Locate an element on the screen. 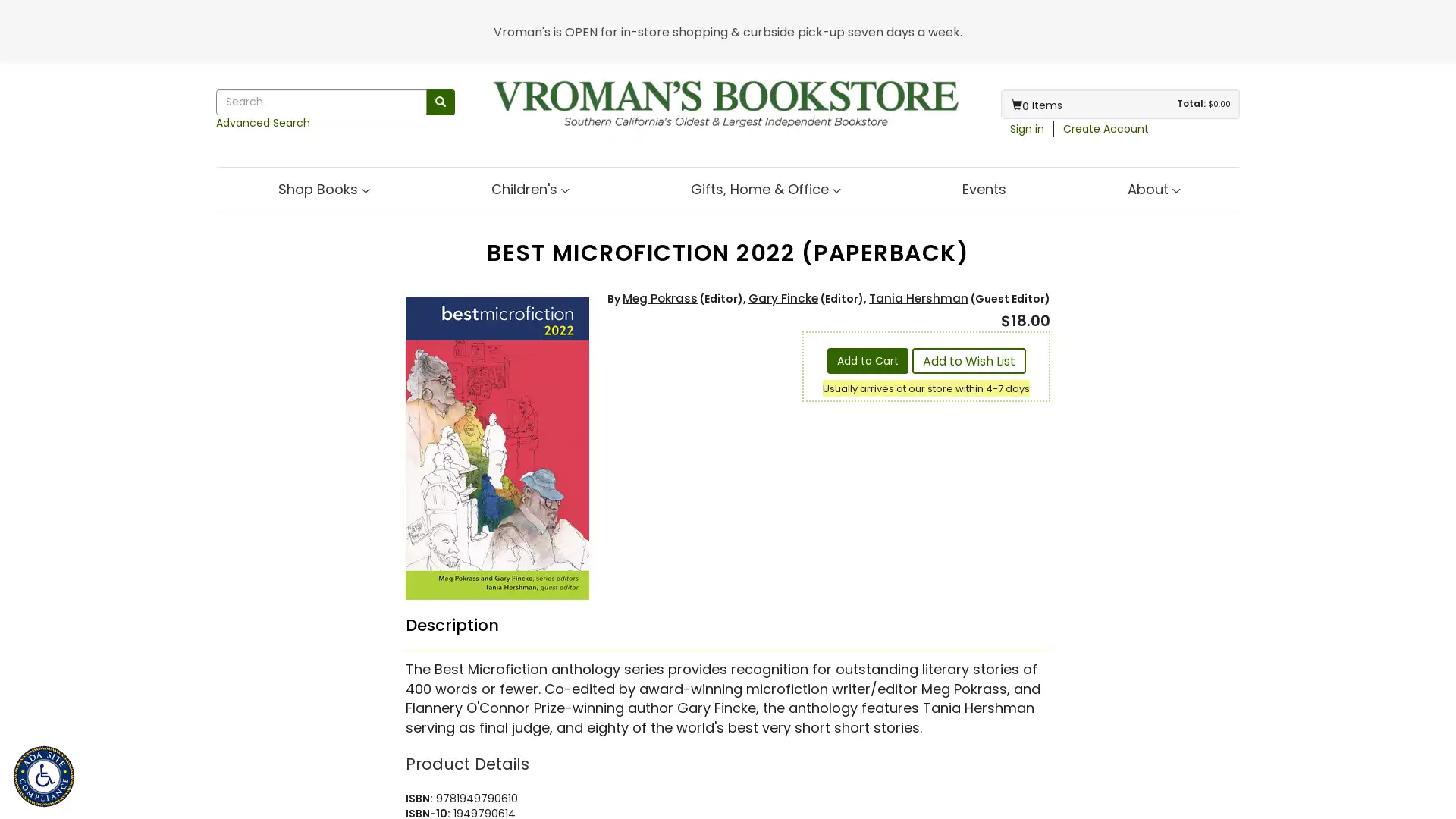 Image resolution: width=1456 pixels, height=819 pixels. ADA Site Compliance Accessibility Menu is located at coordinates (43, 776).